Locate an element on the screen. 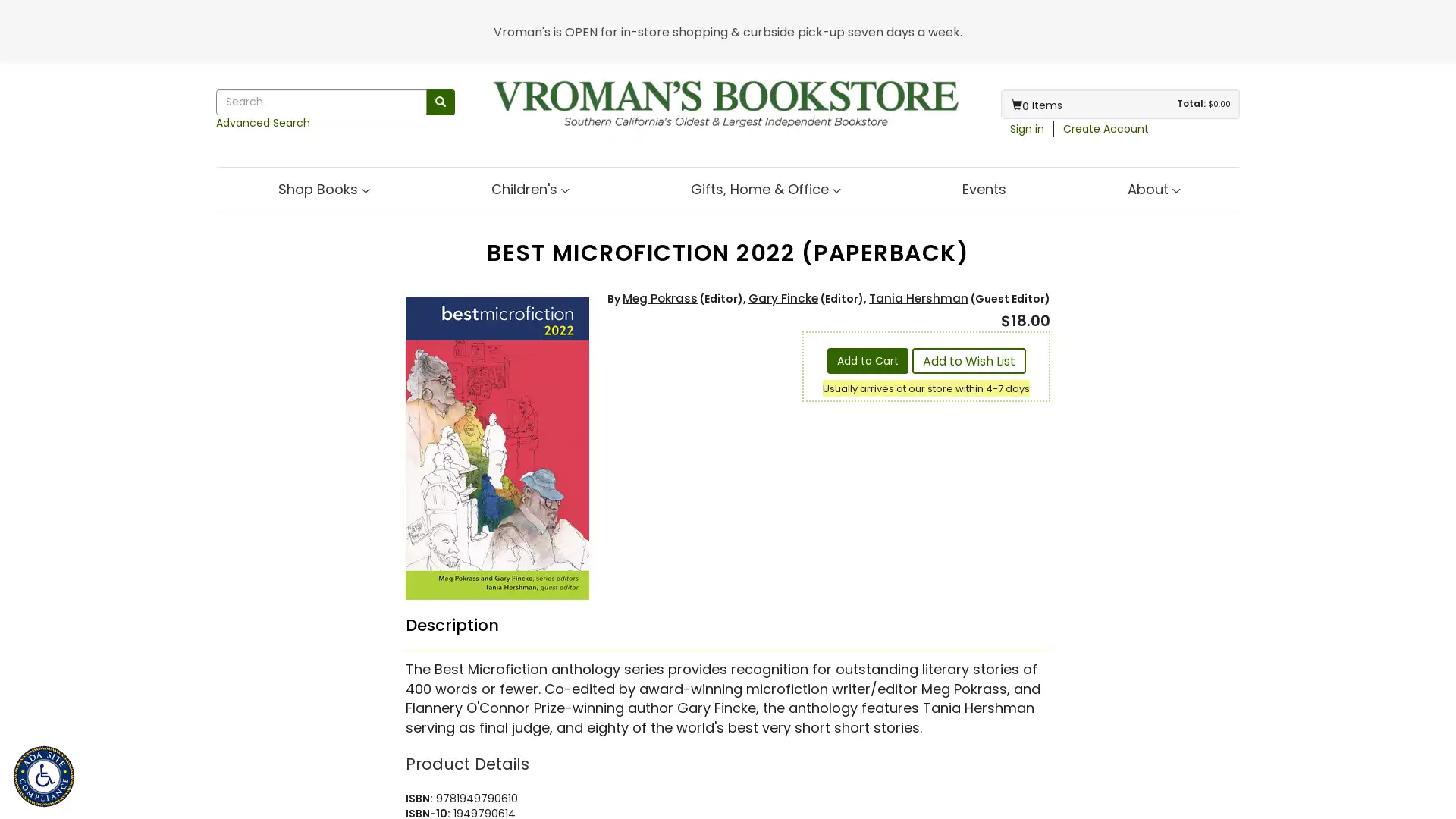 Image resolution: width=1456 pixels, height=819 pixels. ADA Site Compliance Accessibility Menu is located at coordinates (43, 776).